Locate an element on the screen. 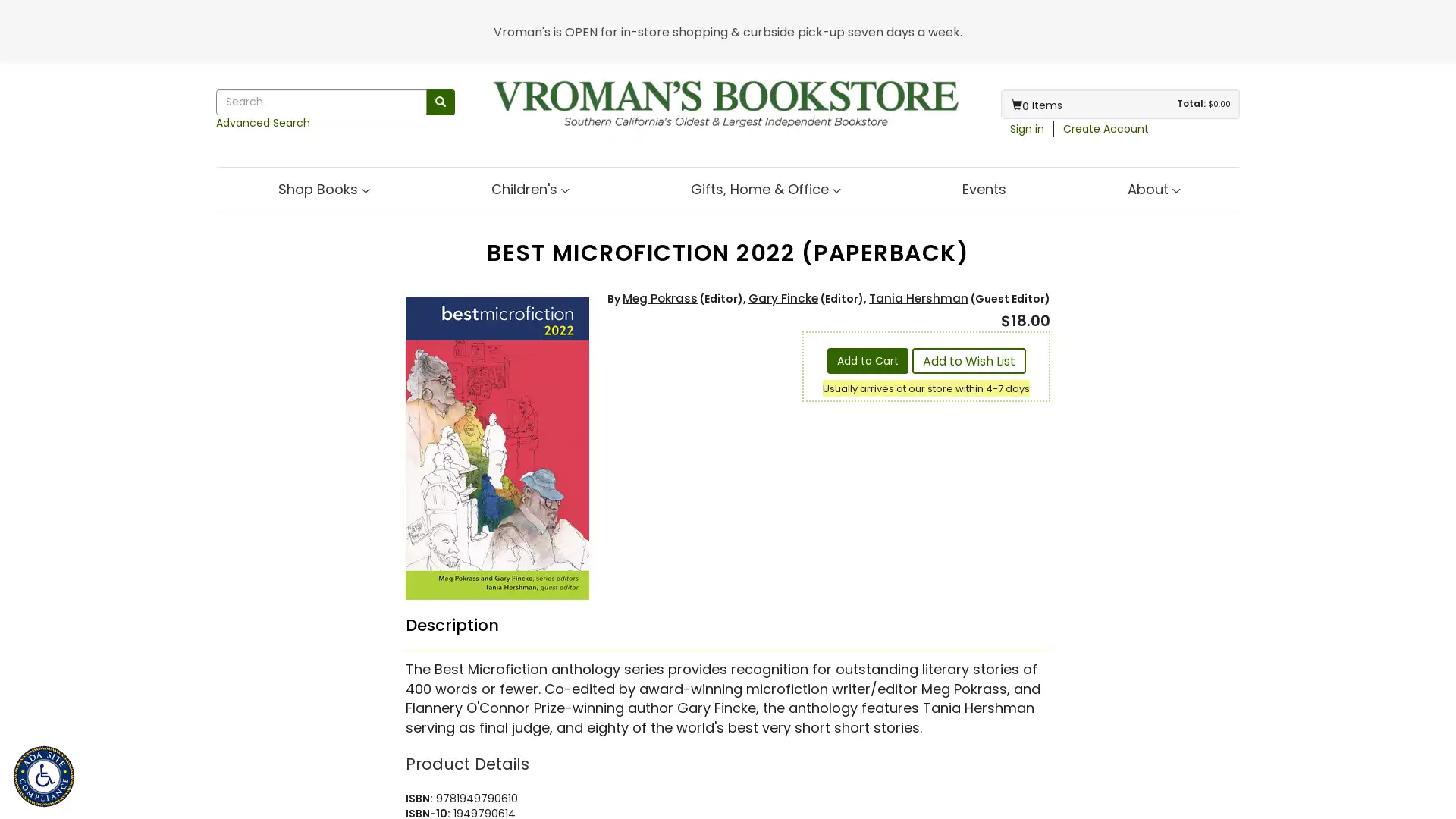 Image resolution: width=1456 pixels, height=819 pixels. ADA Site Compliance Accessibility Menu is located at coordinates (43, 776).